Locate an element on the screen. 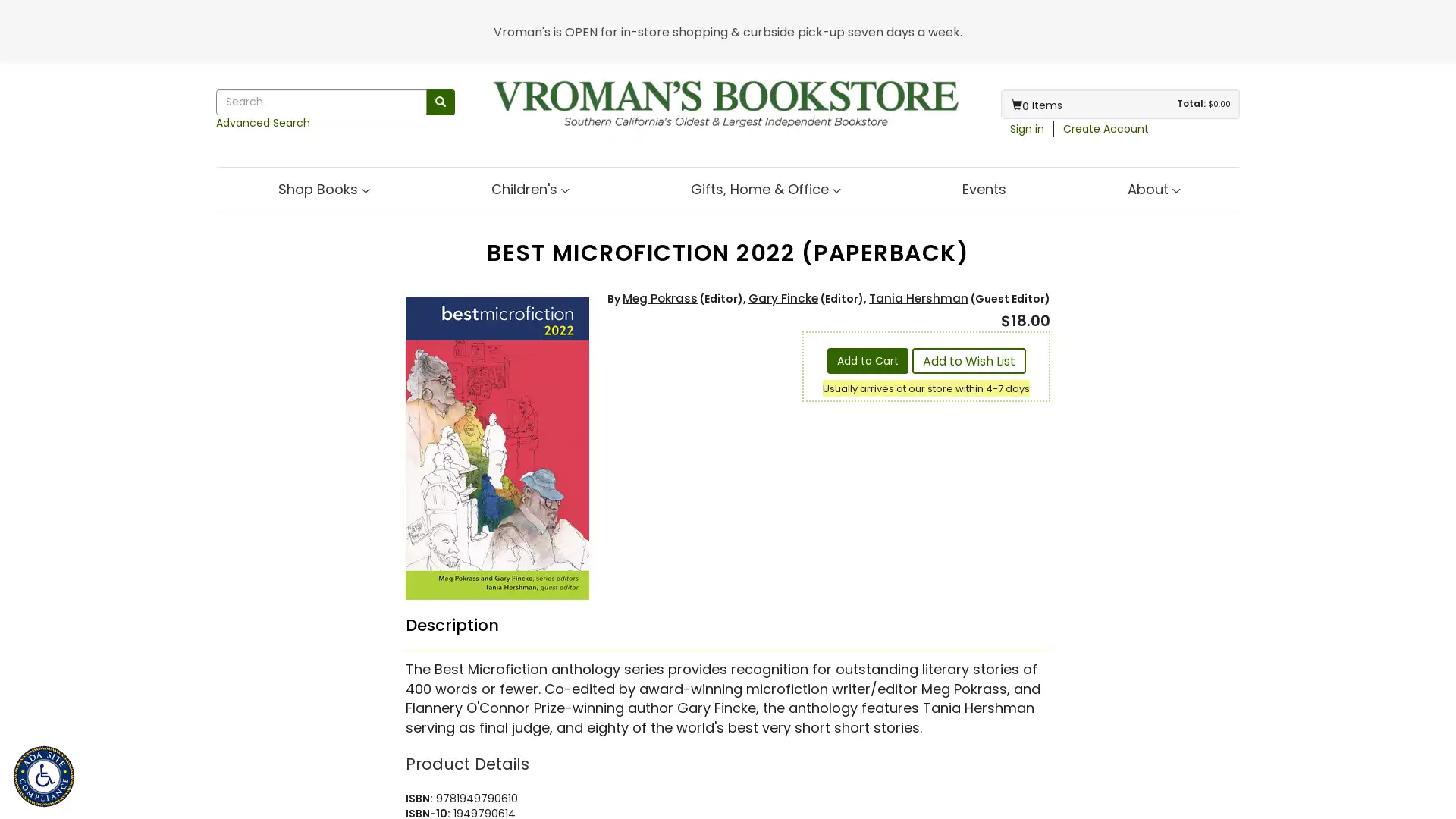 Image resolution: width=1456 pixels, height=819 pixels. ADA Site Compliance Accessibility Menu is located at coordinates (43, 776).